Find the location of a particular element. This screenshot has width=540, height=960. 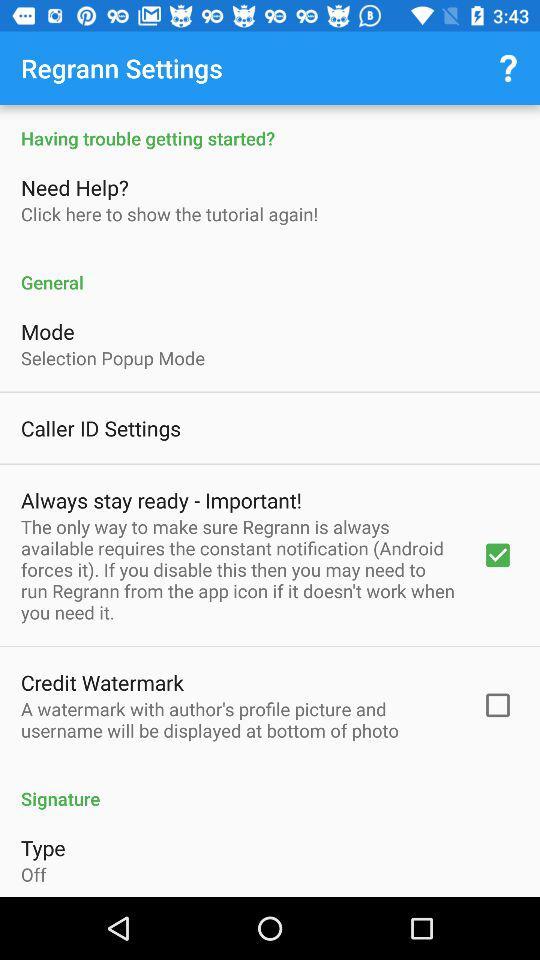

item above caller id settings is located at coordinates (113, 358).